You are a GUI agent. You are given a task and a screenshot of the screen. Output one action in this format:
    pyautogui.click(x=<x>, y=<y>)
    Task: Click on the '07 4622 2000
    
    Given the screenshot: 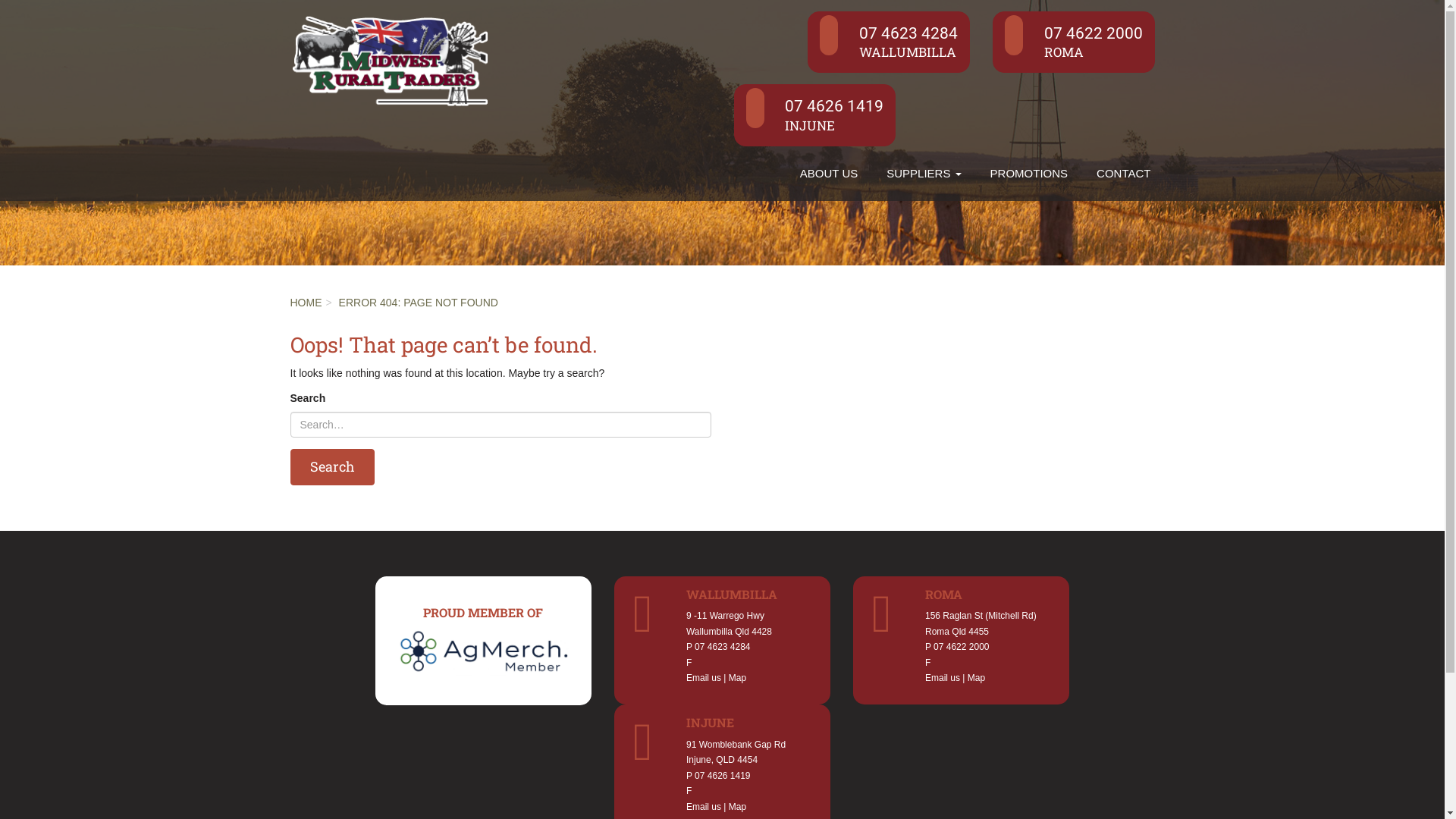 What is the action you would take?
    pyautogui.click(x=1073, y=41)
    